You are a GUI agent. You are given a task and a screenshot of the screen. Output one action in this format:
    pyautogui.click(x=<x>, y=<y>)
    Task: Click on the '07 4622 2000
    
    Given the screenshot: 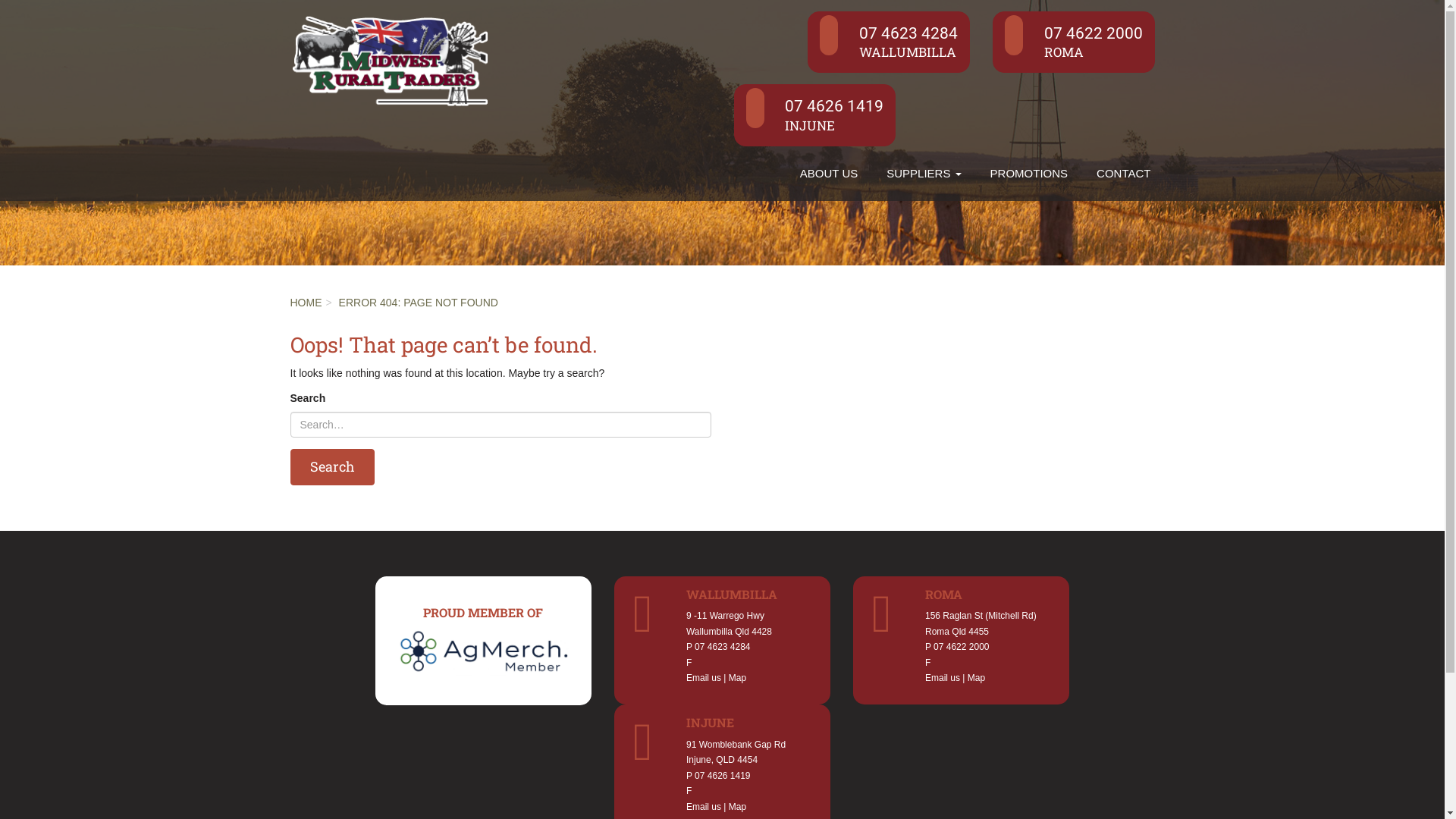 What is the action you would take?
    pyautogui.click(x=1073, y=41)
    